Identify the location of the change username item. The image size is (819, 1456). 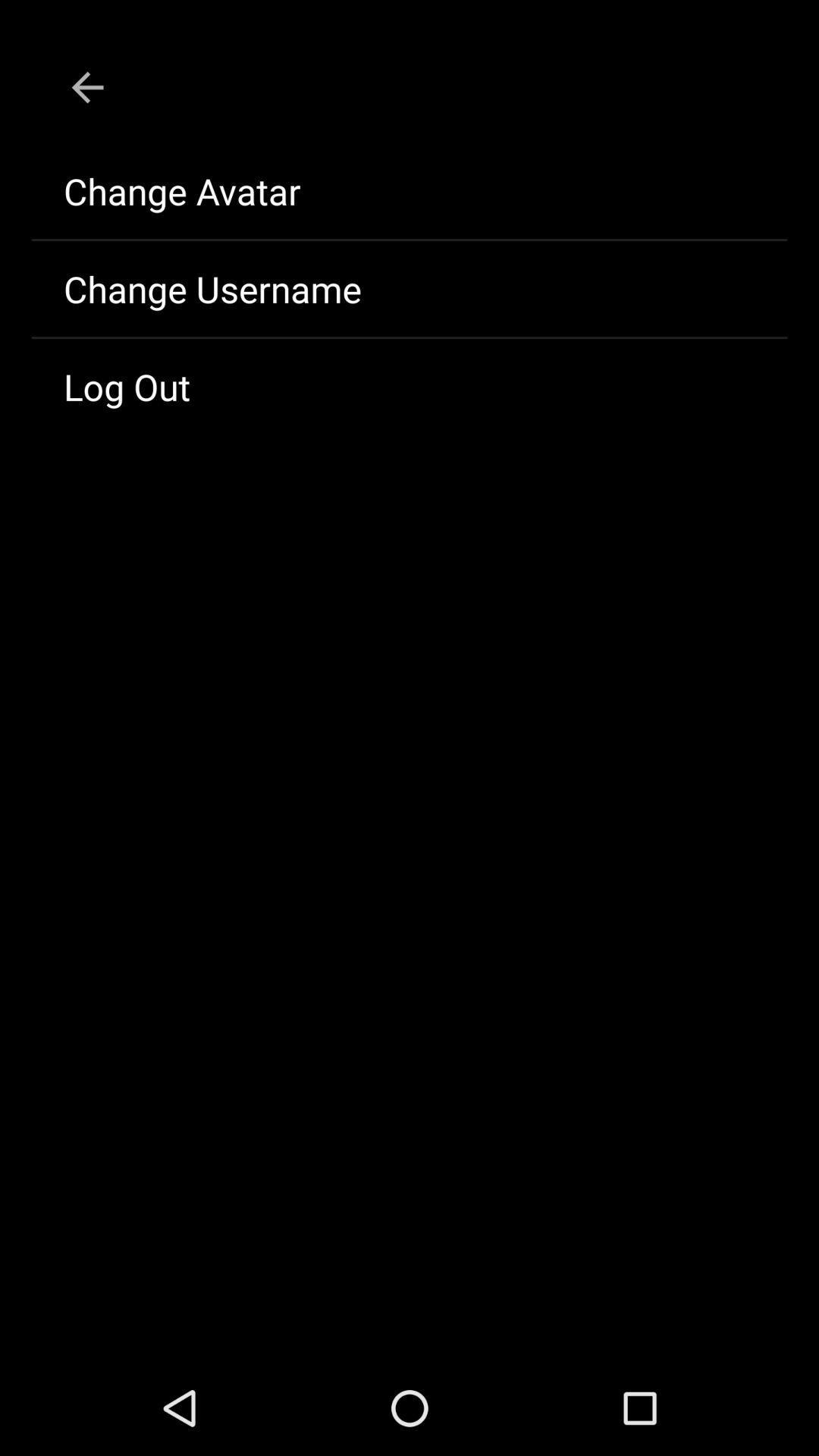
(409, 288).